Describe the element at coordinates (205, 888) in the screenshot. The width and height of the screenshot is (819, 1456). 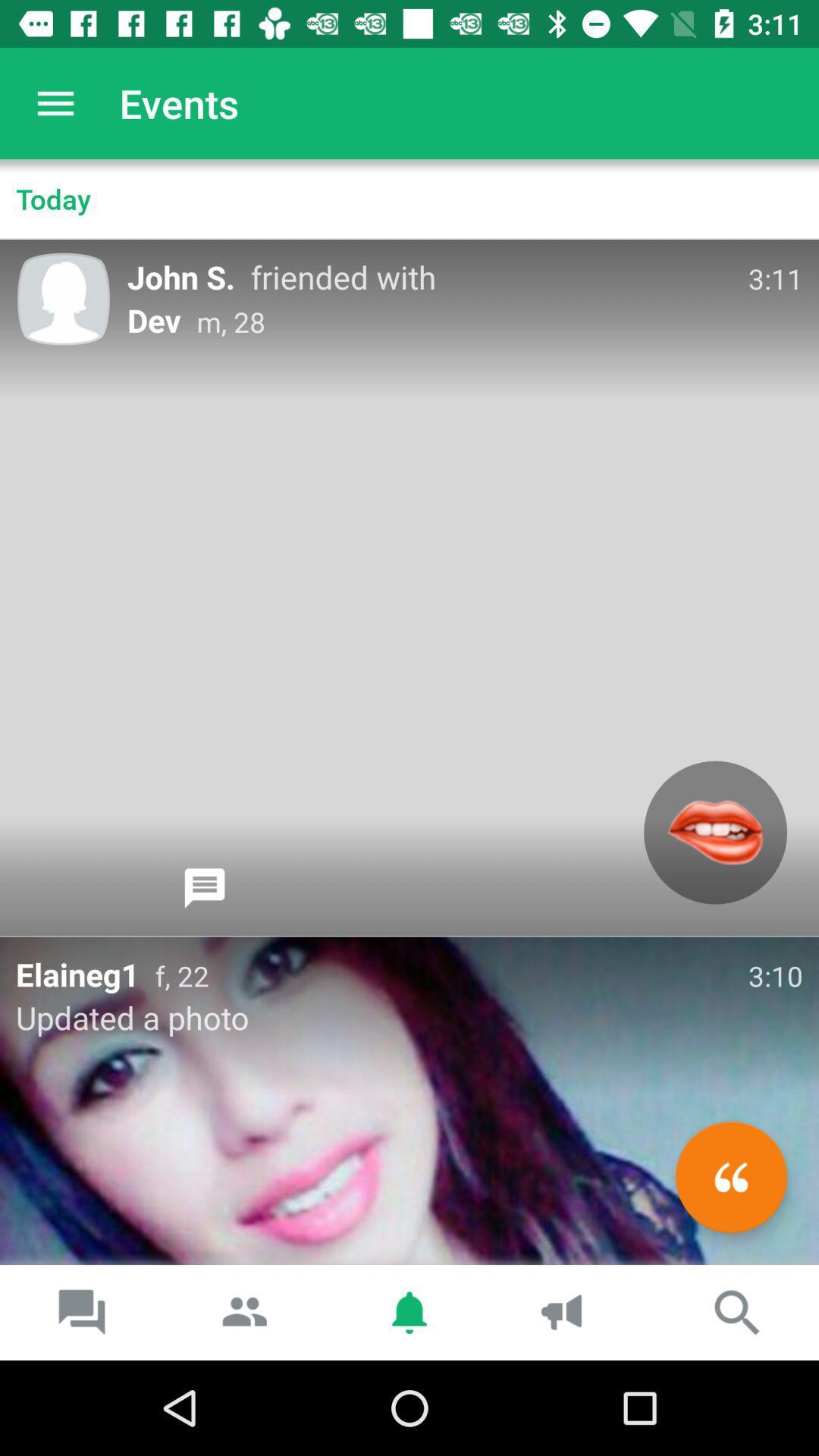
I see `icon on the left` at that location.